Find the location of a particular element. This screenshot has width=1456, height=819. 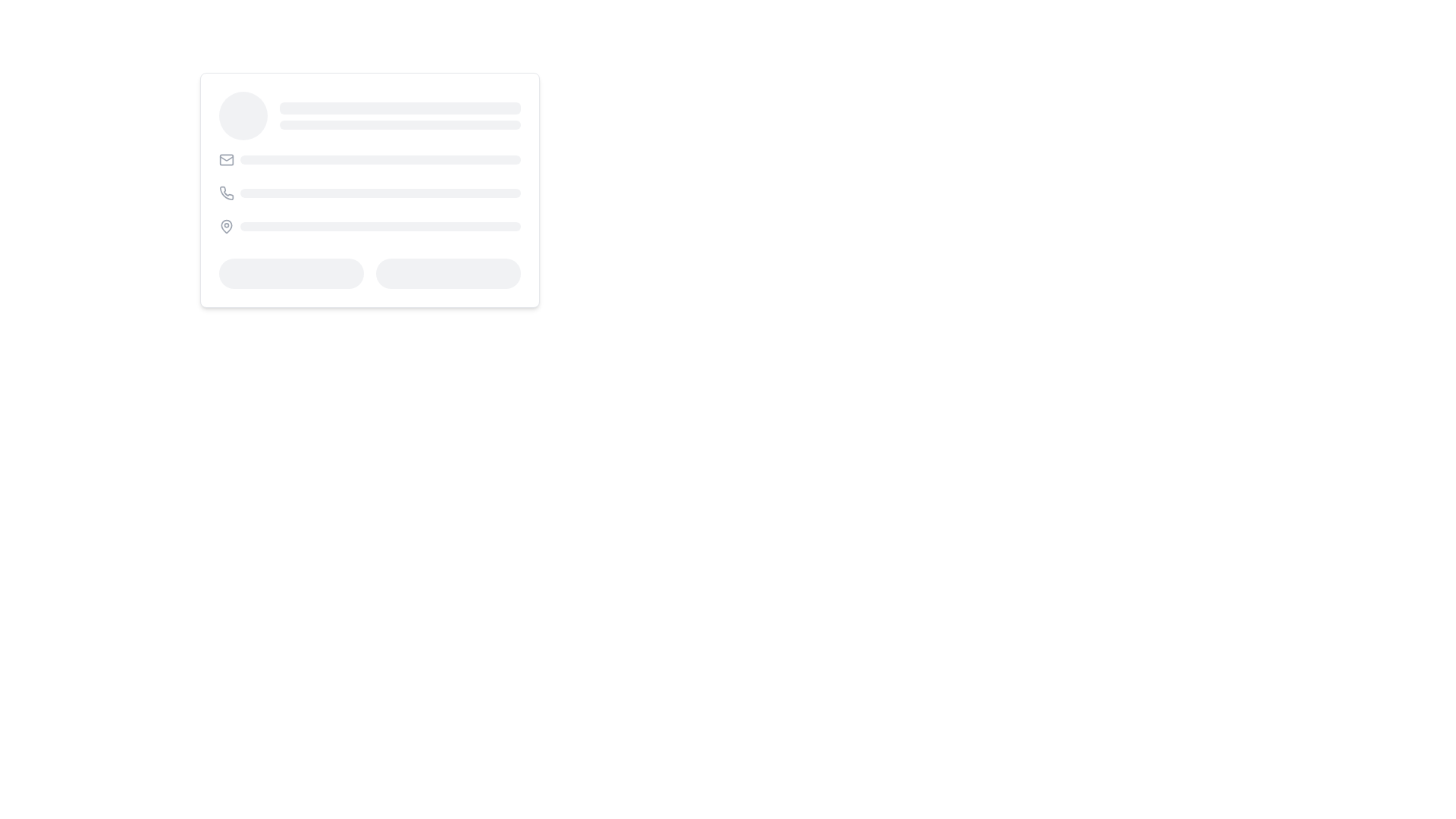

the lower part of the location pin icon, which is the third item in a vertical list of icons within a rectangular card-like interface is located at coordinates (225, 225).